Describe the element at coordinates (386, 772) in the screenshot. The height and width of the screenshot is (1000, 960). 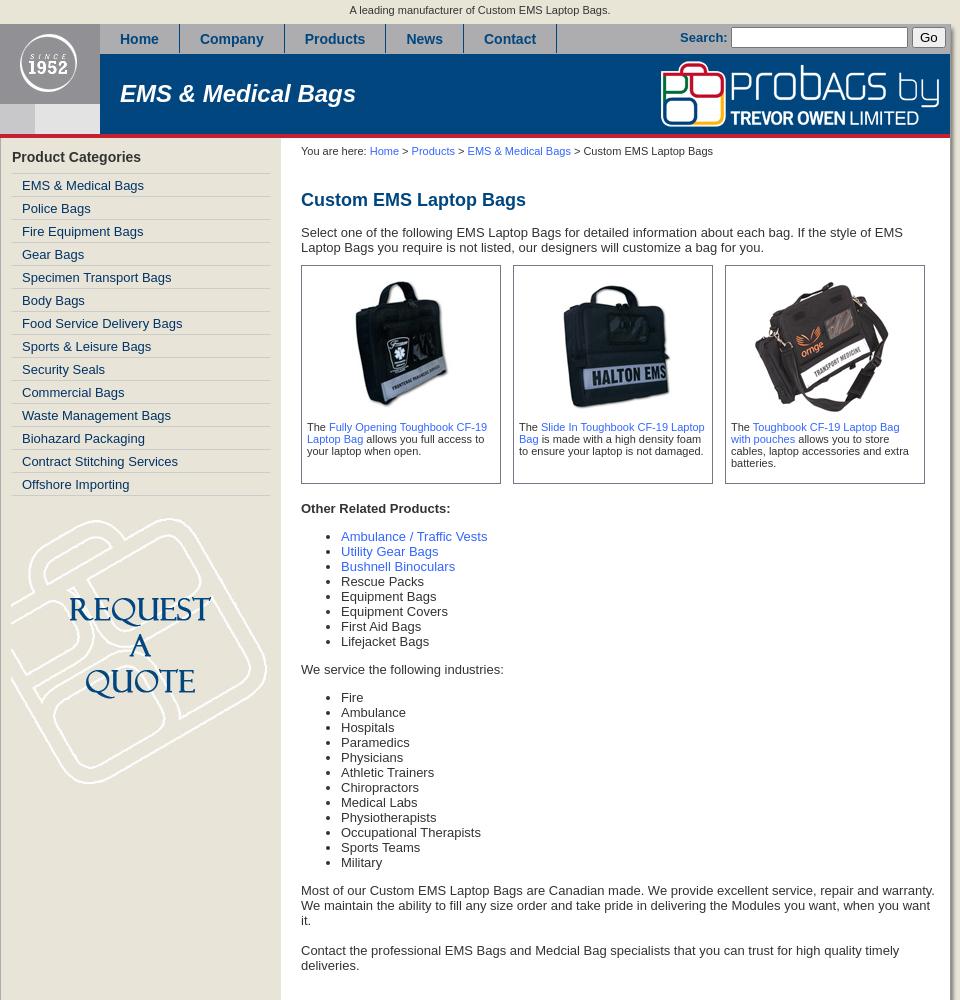
I see `'Athletic Trainers'` at that location.